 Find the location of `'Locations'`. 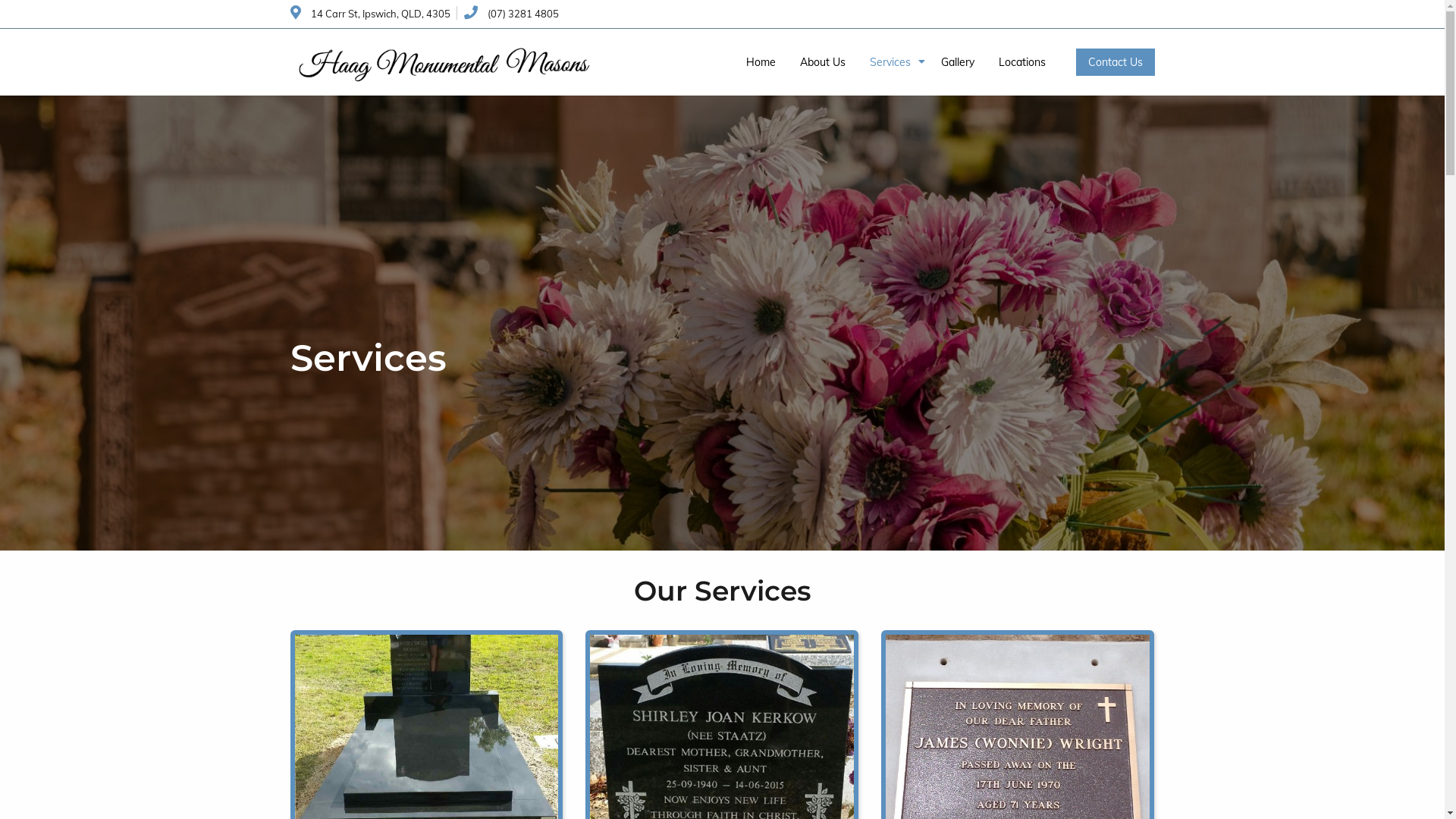

'Locations' is located at coordinates (1021, 61).